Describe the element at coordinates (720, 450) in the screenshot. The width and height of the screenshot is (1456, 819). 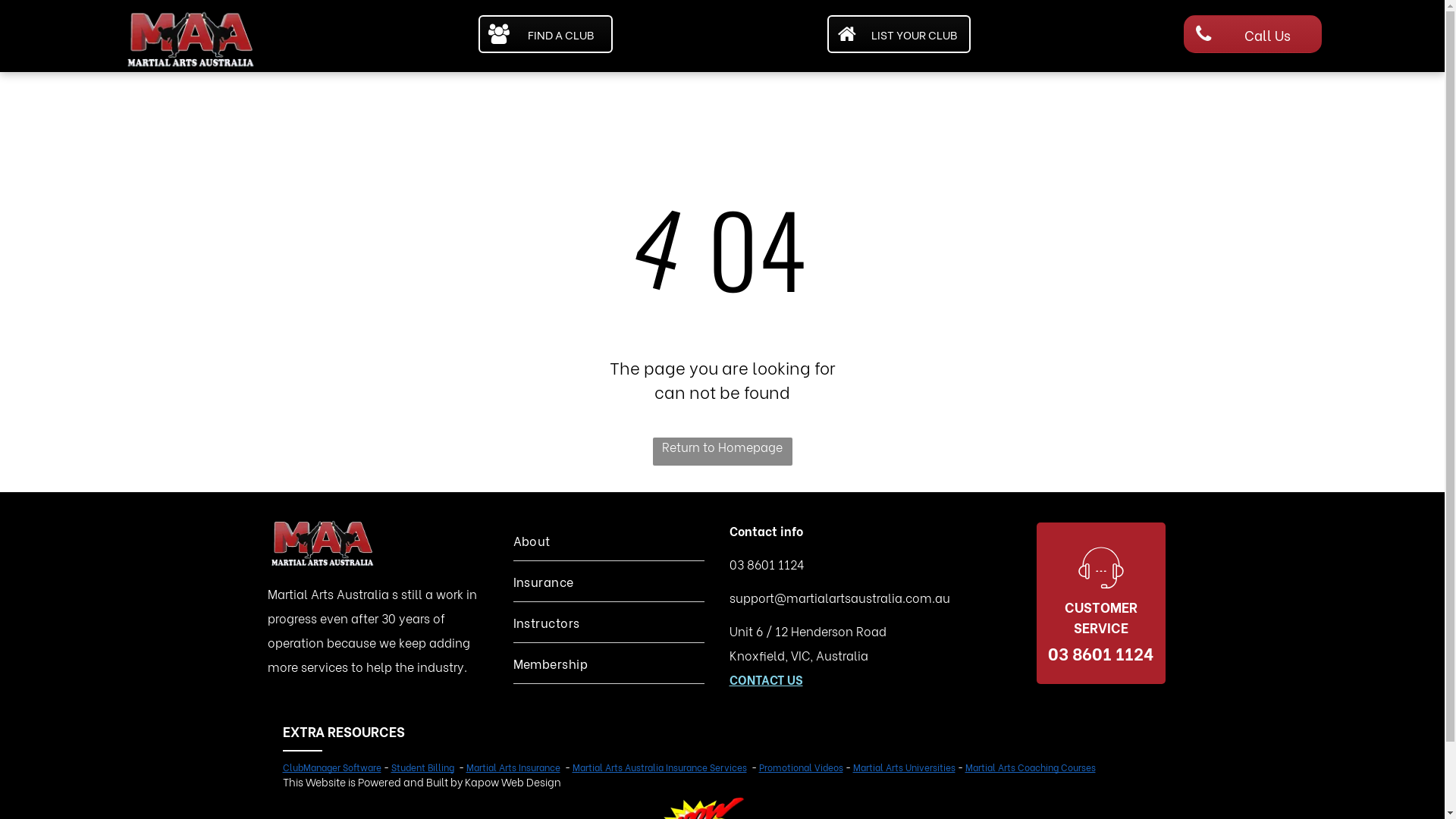
I see `'Return to Homepage'` at that location.